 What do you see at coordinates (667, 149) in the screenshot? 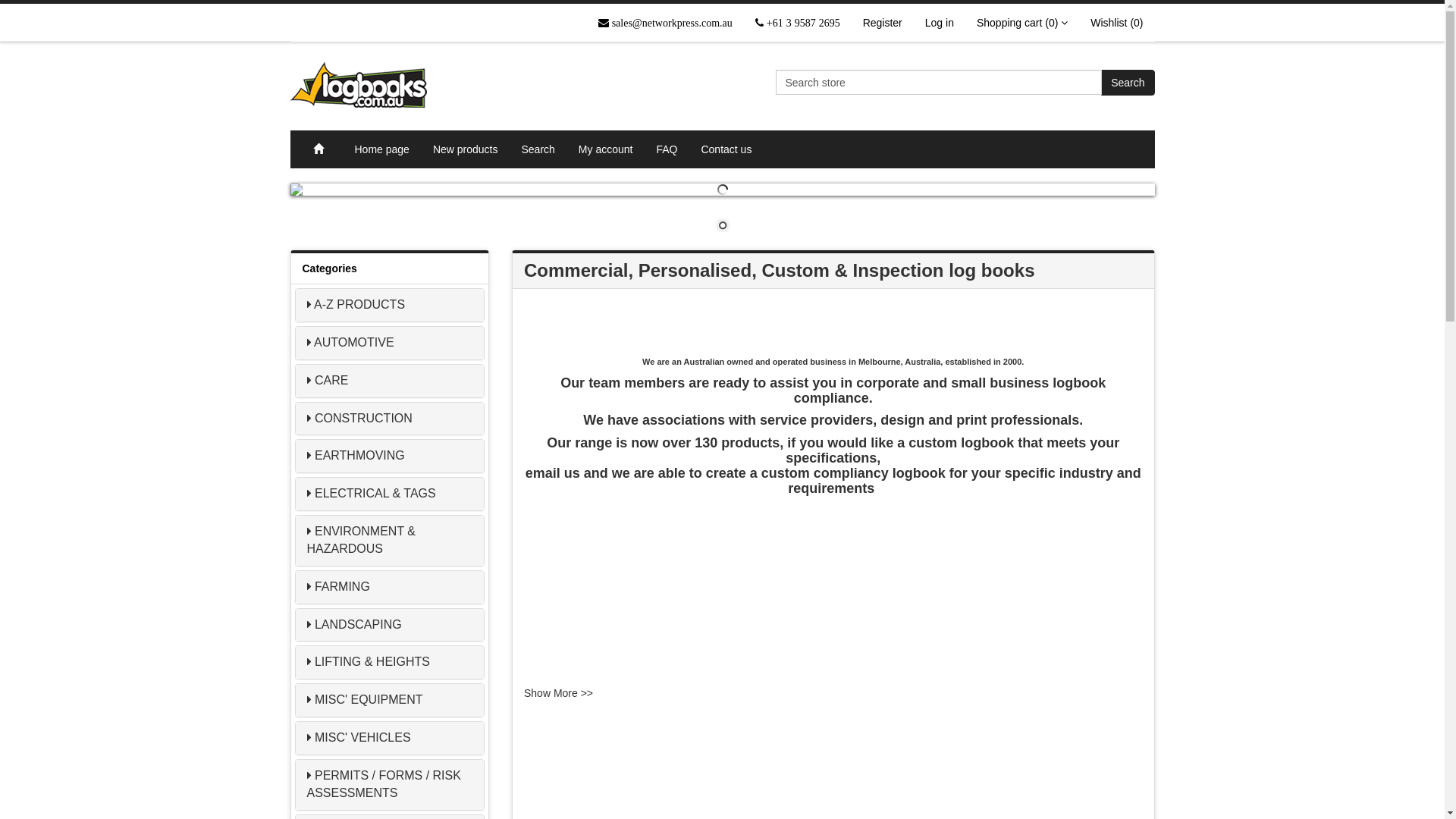
I see `'FAQ'` at bounding box center [667, 149].